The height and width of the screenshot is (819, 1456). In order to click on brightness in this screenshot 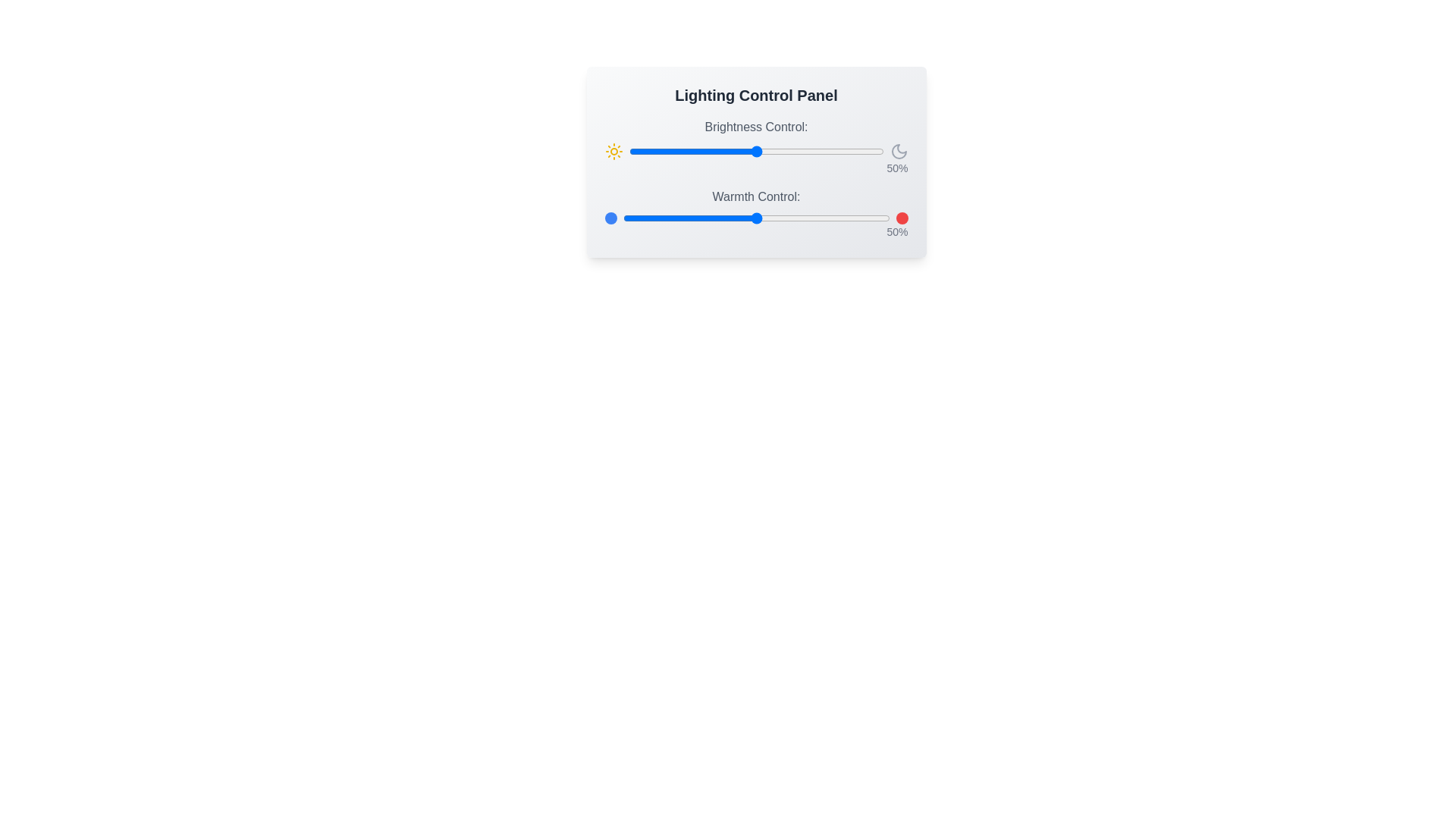, I will do `click(736, 152)`.